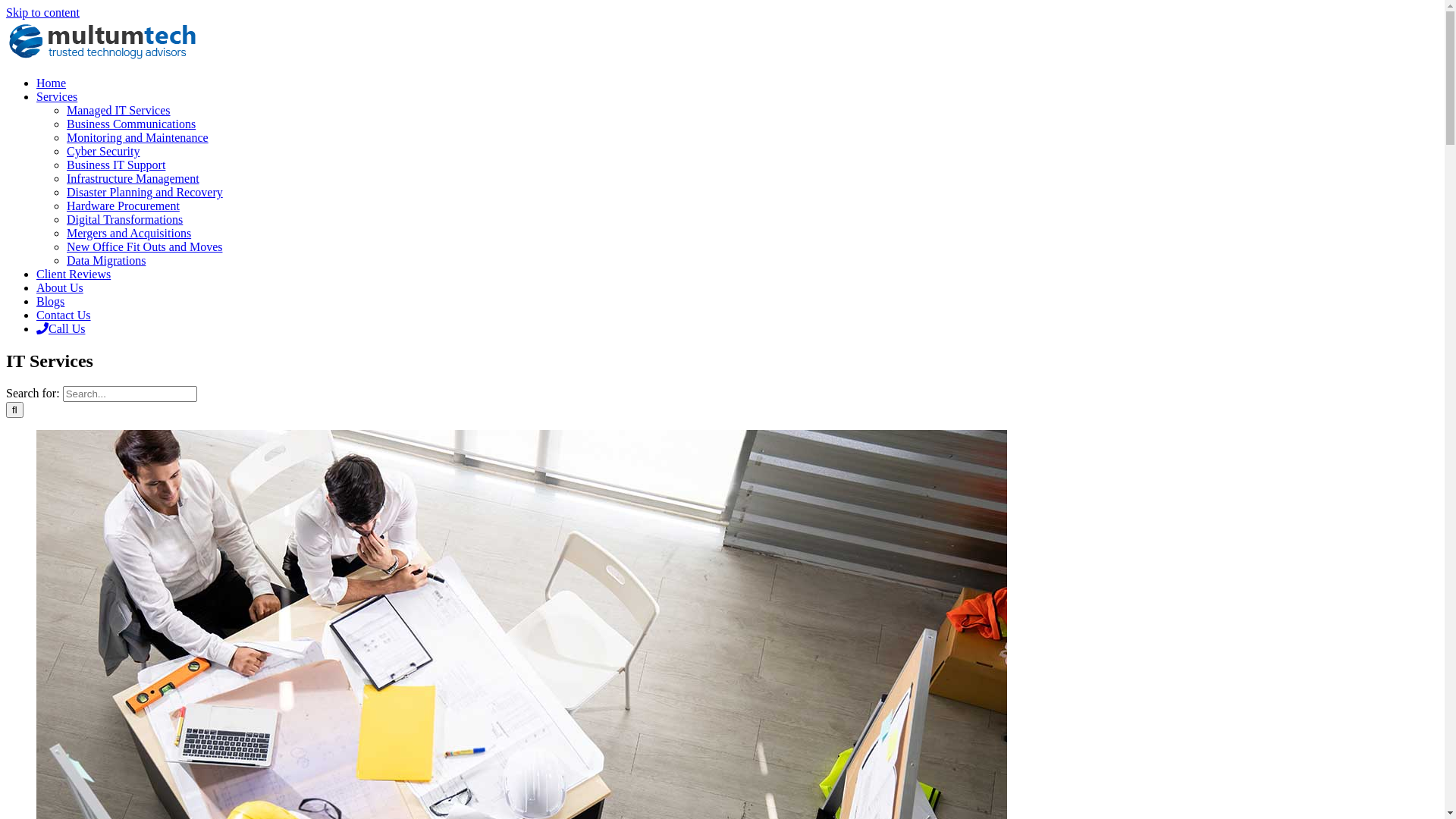  Describe the element at coordinates (36, 287) in the screenshot. I see `'About Us'` at that location.